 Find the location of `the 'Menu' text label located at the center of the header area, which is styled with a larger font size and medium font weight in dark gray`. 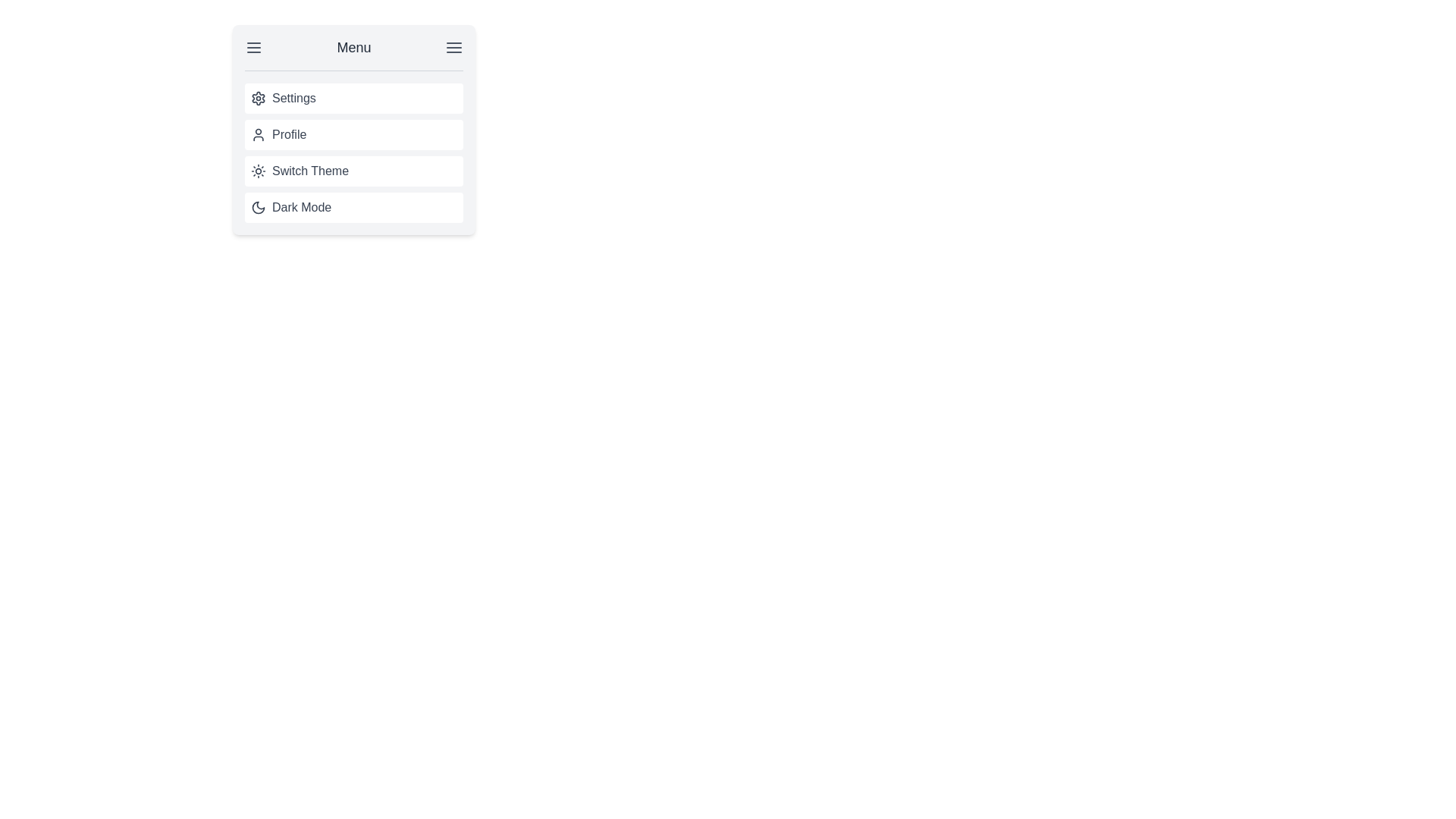

the 'Menu' text label located at the center of the header area, which is styled with a larger font size and medium font weight in dark gray is located at coordinates (353, 46).